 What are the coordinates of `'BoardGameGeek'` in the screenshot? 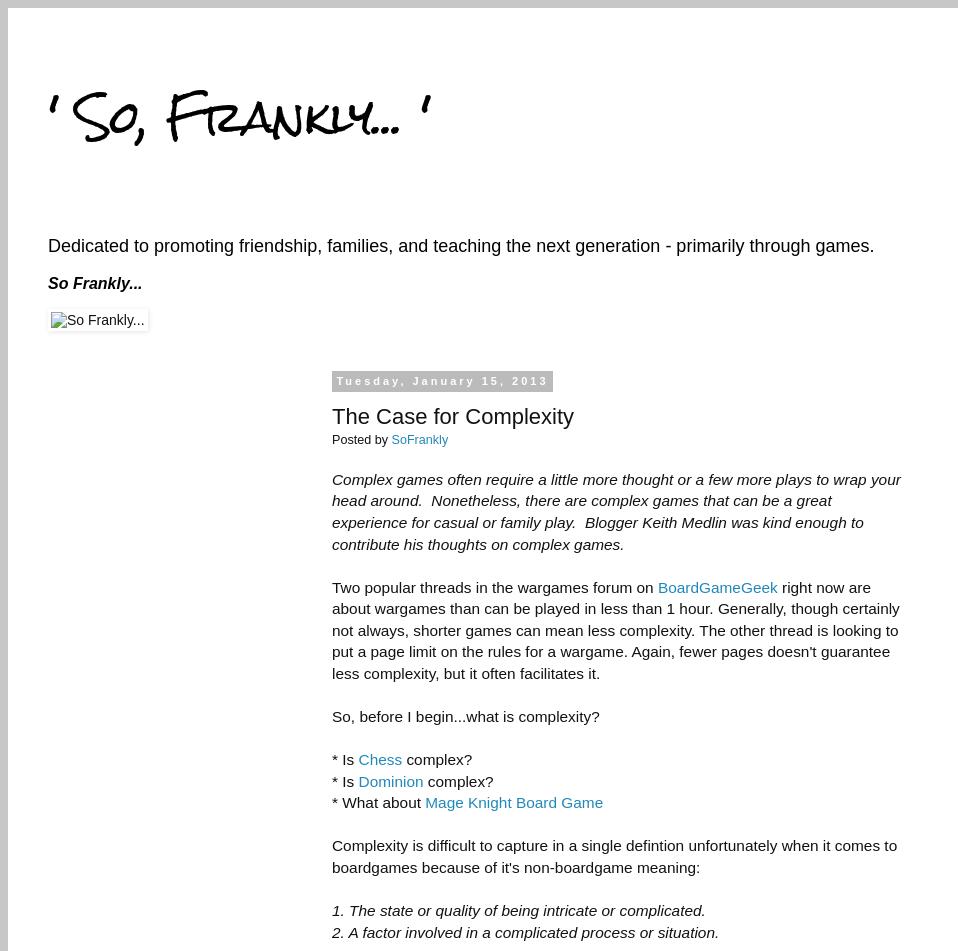 It's located at (715, 585).